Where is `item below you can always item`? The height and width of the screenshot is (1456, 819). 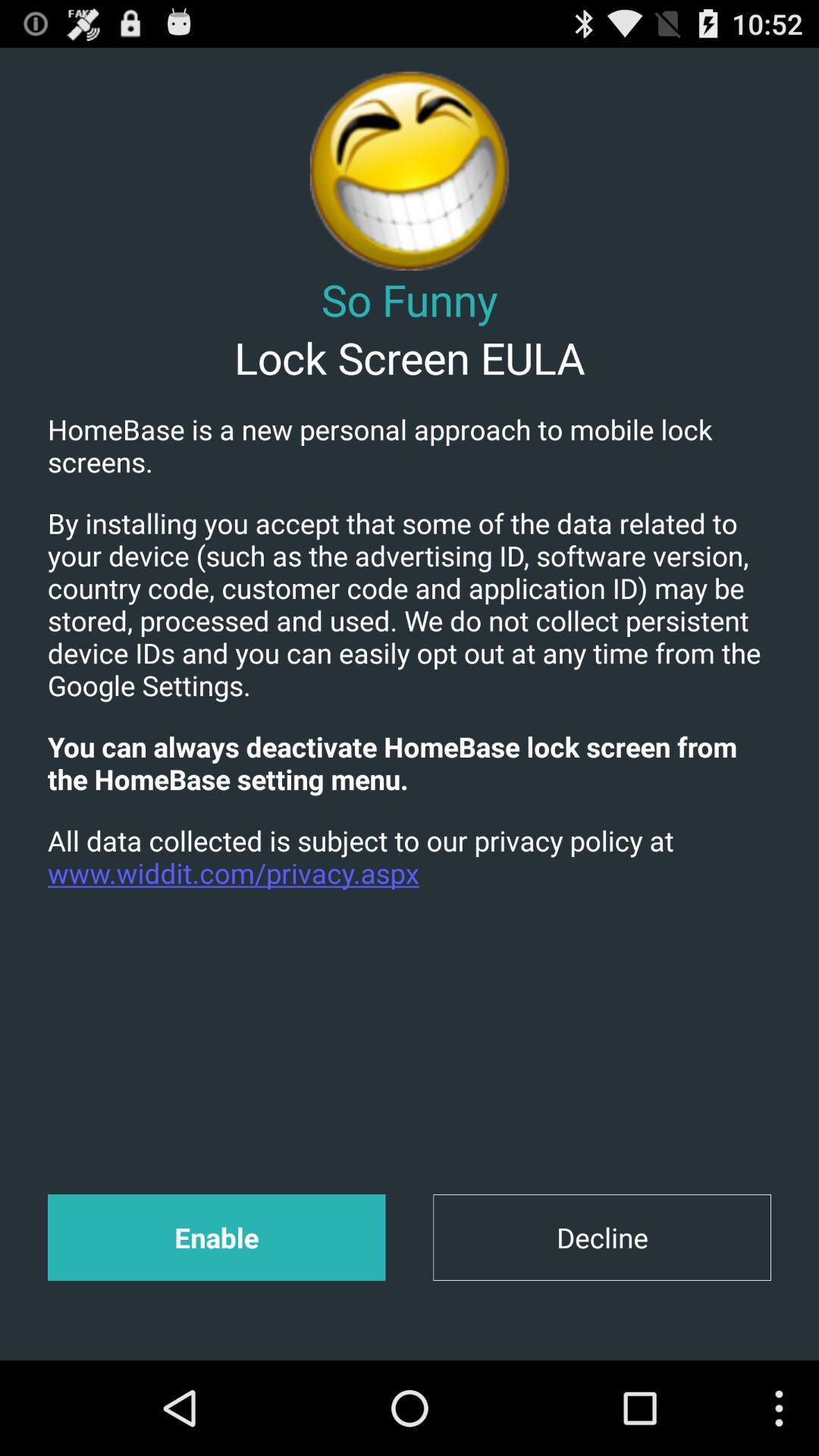 item below you can always item is located at coordinates (409, 856).